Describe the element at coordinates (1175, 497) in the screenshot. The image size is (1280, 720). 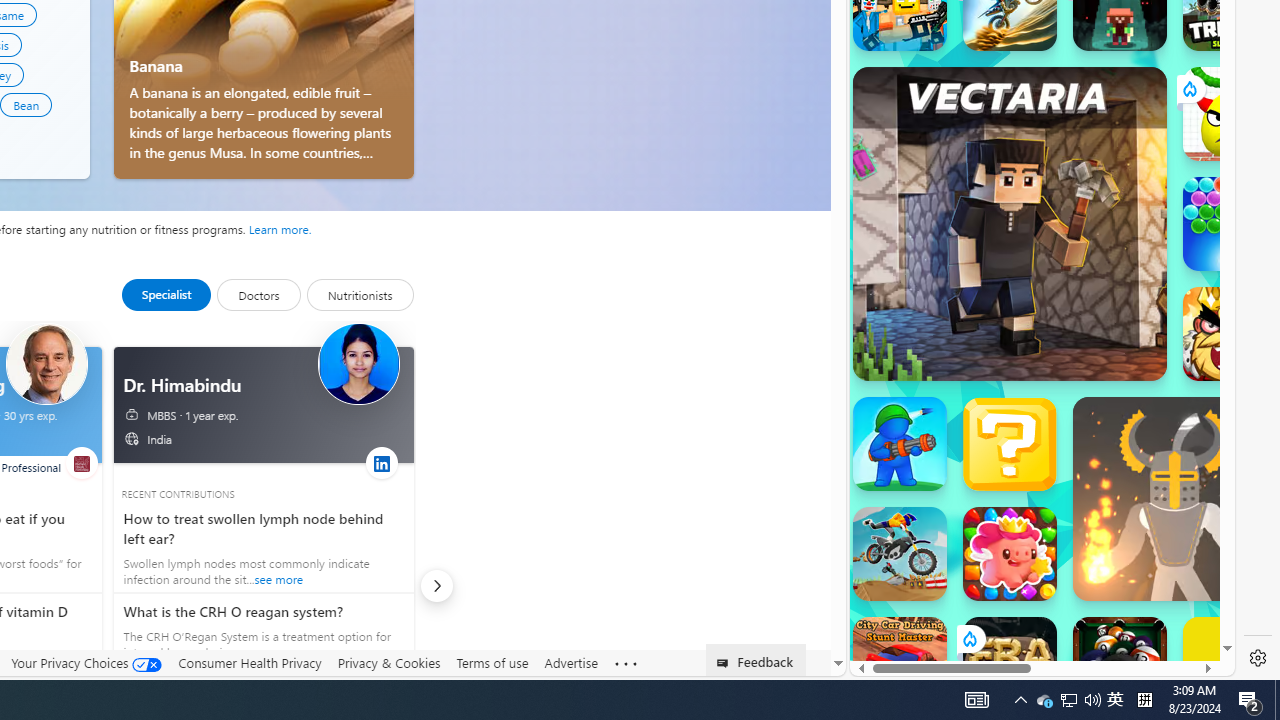
I see `'Ragdoll Hit Ragdoll Hit'` at that location.